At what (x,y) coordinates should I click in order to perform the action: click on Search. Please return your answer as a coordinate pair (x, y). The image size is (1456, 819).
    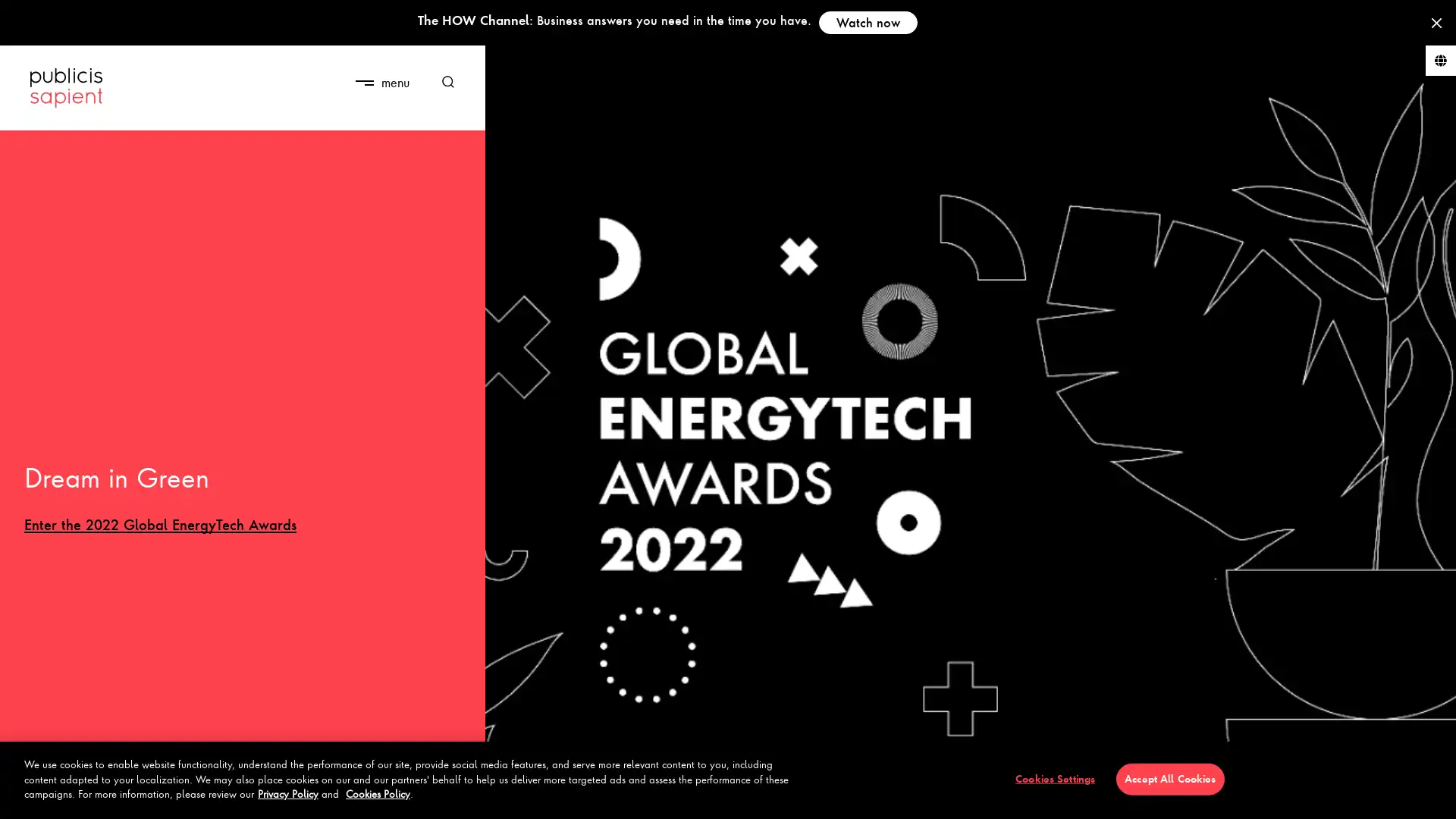
    Looking at the image, I should click on (442, 82).